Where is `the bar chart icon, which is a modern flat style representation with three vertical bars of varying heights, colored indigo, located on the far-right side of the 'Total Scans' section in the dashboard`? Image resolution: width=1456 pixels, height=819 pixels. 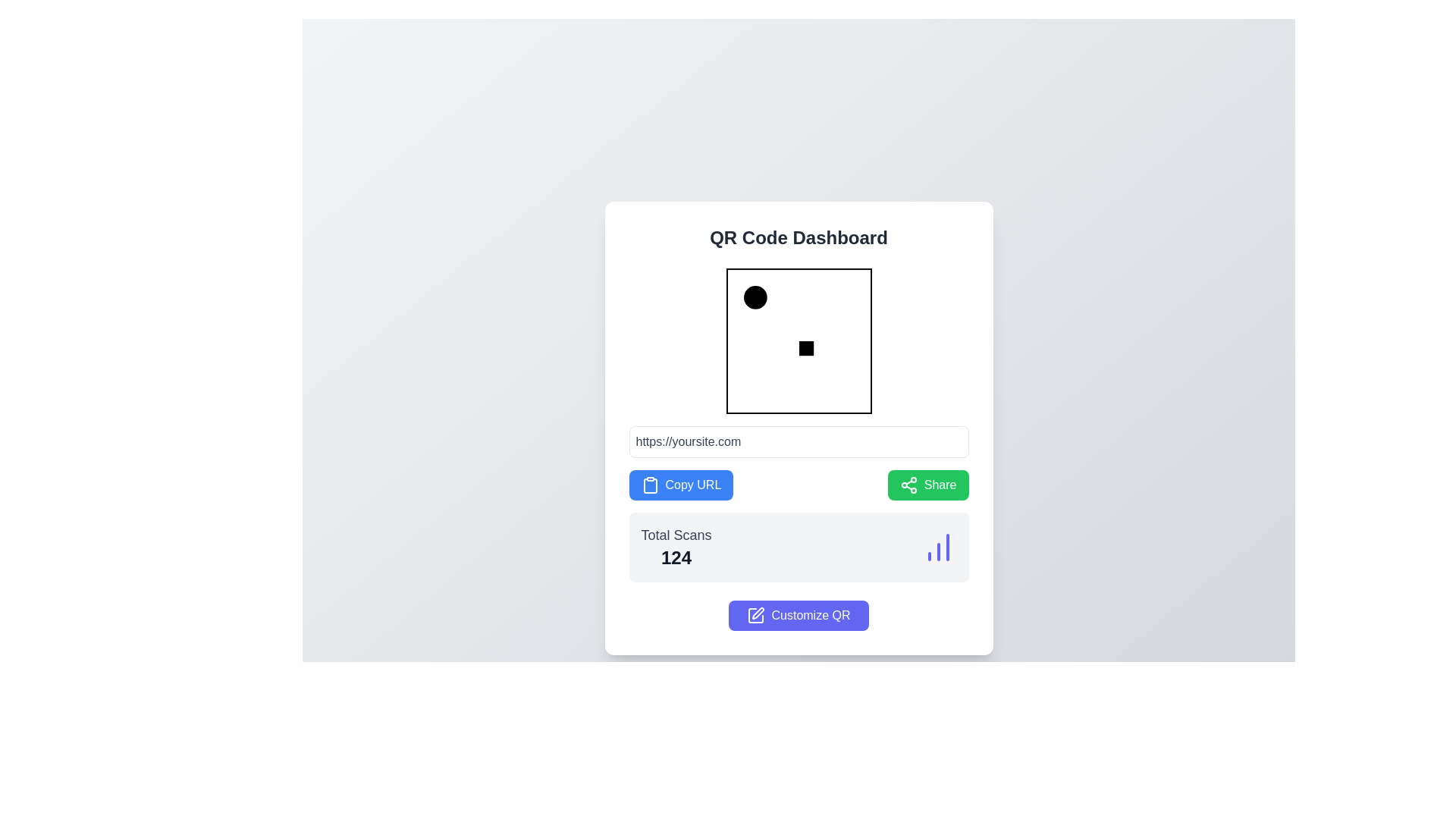
the bar chart icon, which is a modern flat style representation with three vertical bars of varying heights, colored indigo, located on the far-right side of the 'Total Scans' section in the dashboard is located at coordinates (937, 547).